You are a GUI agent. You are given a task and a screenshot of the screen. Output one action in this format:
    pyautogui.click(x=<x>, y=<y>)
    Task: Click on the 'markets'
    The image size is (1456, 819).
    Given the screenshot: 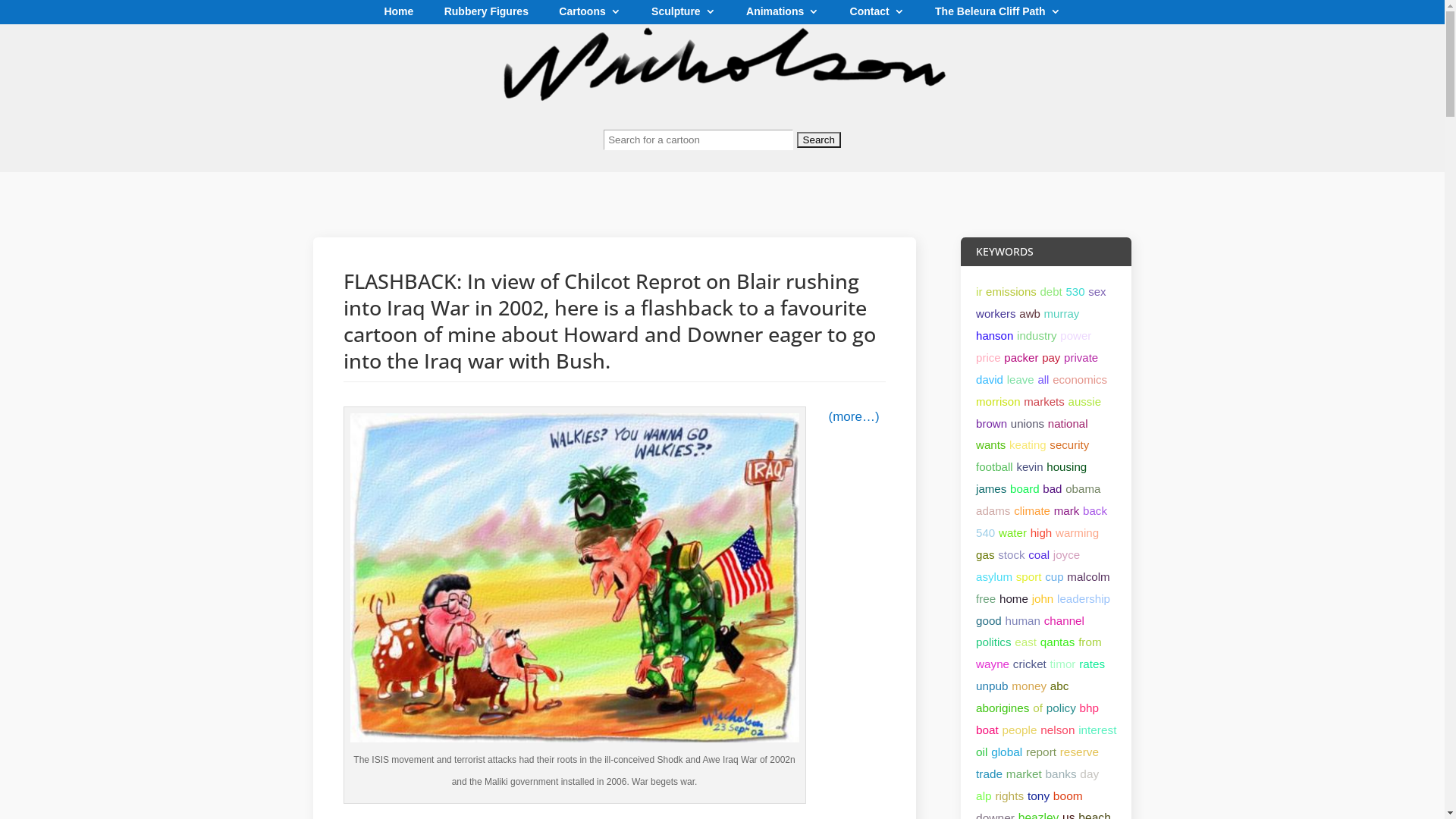 What is the action you would take?
    pyautogui.click(x=1043, y=400)
    